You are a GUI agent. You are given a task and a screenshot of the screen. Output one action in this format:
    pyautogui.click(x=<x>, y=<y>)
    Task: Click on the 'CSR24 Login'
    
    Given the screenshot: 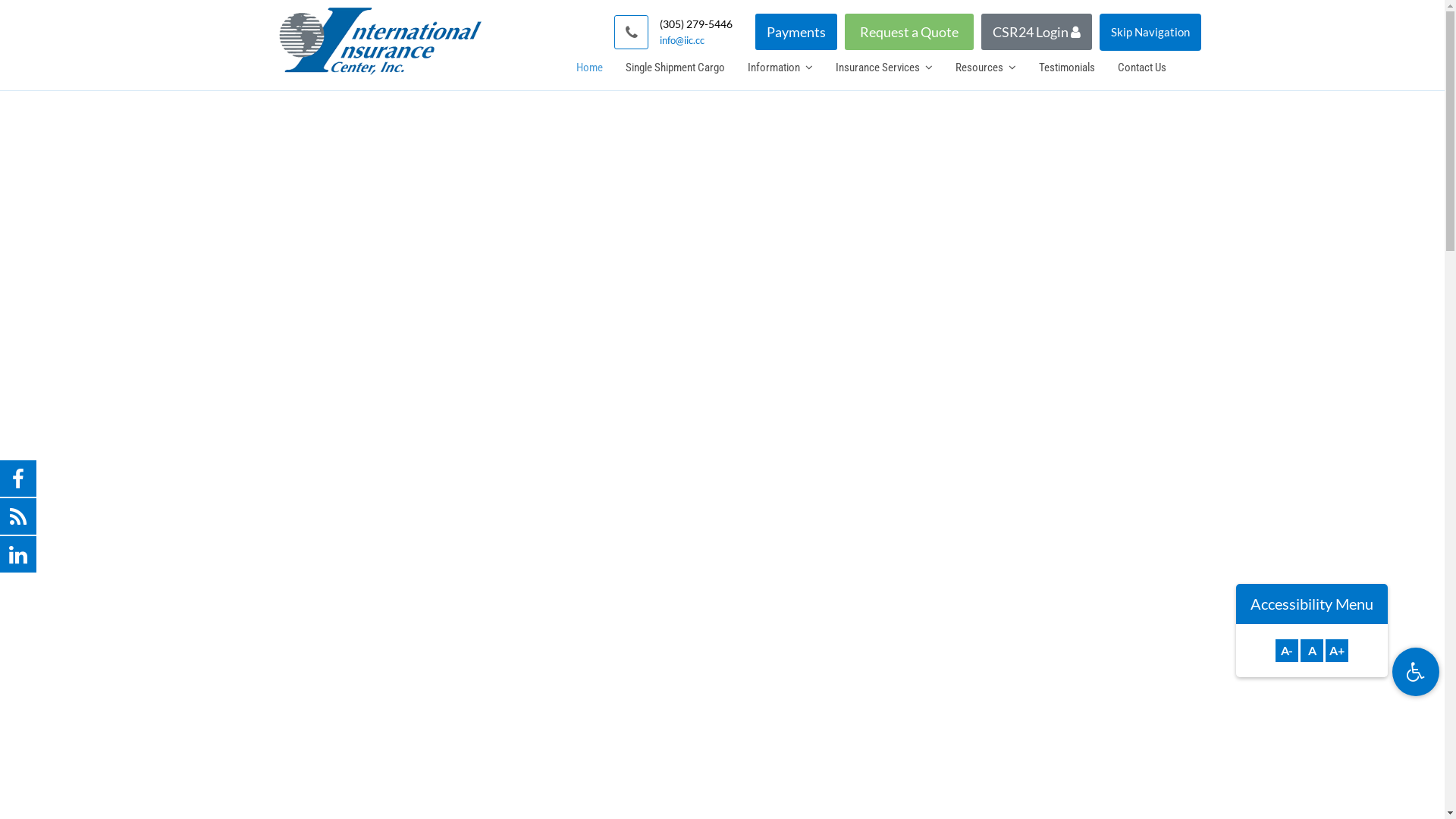 What is the action you would take?
    pyautogui.click(x=1036, y=32)
    